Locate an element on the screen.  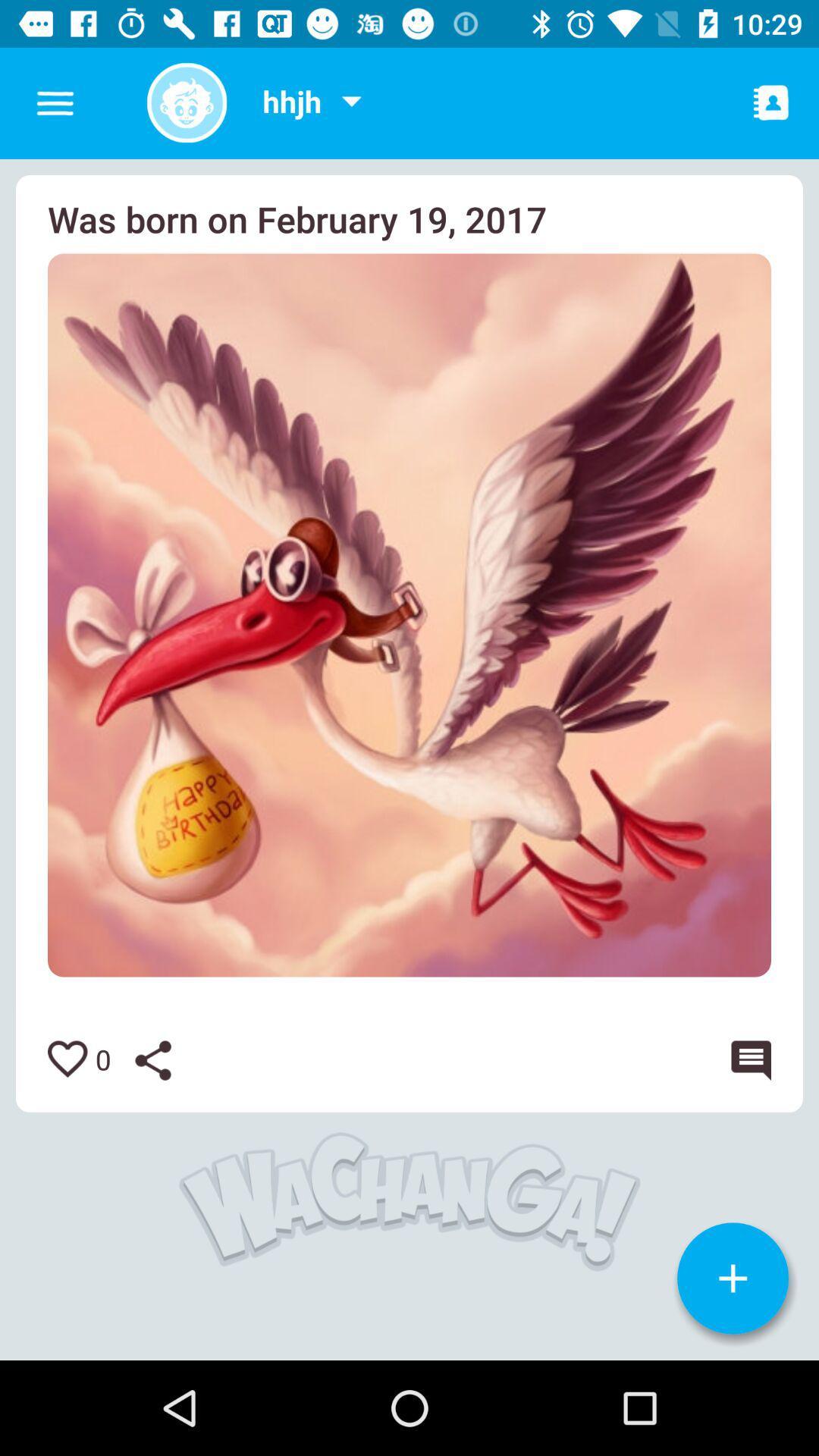
comment on photo is located at coordinates (746, 1059).